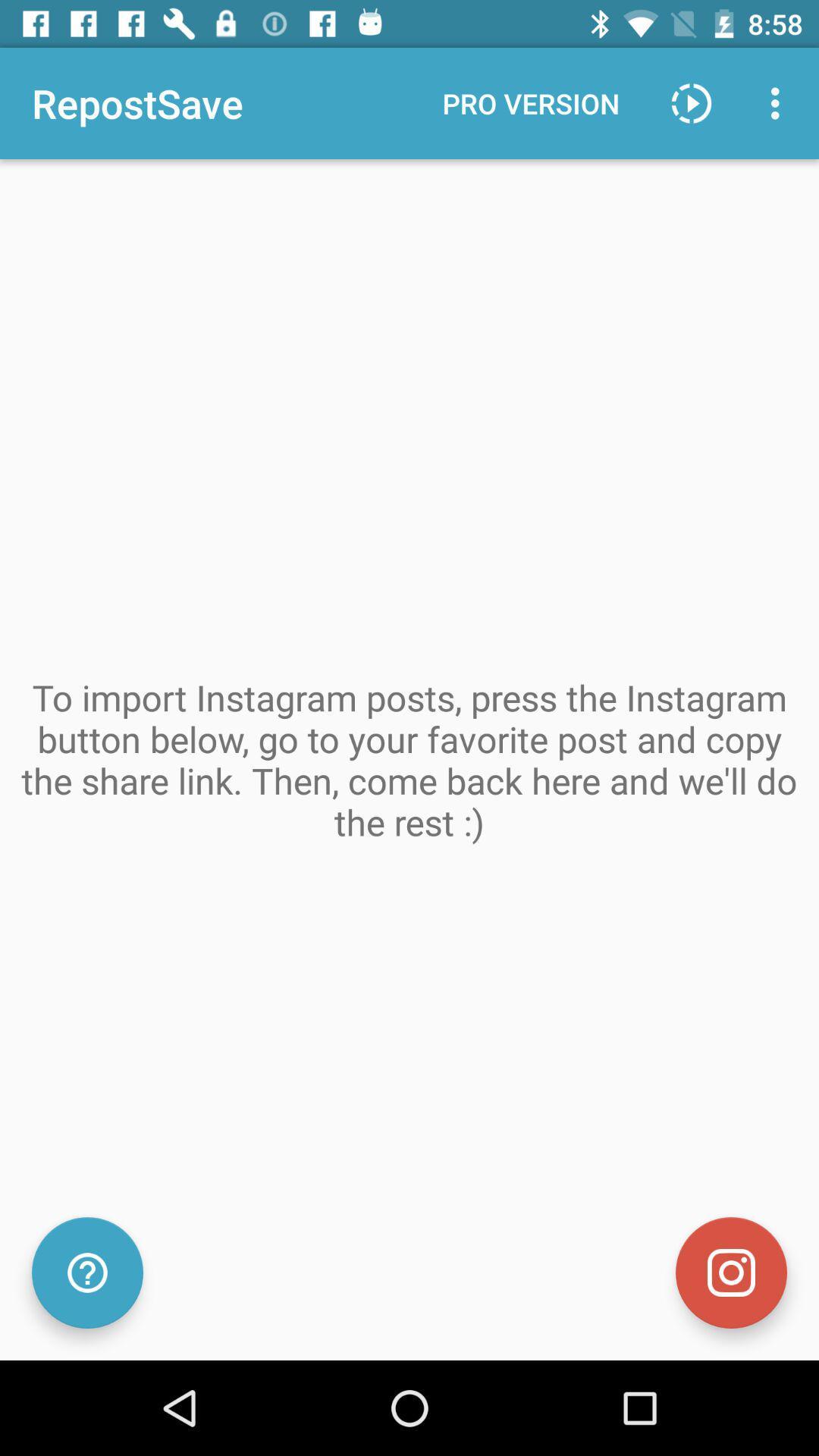  Describe the element at coordinates (530, 102) in the screenshot. I see `the pro version` at that location.